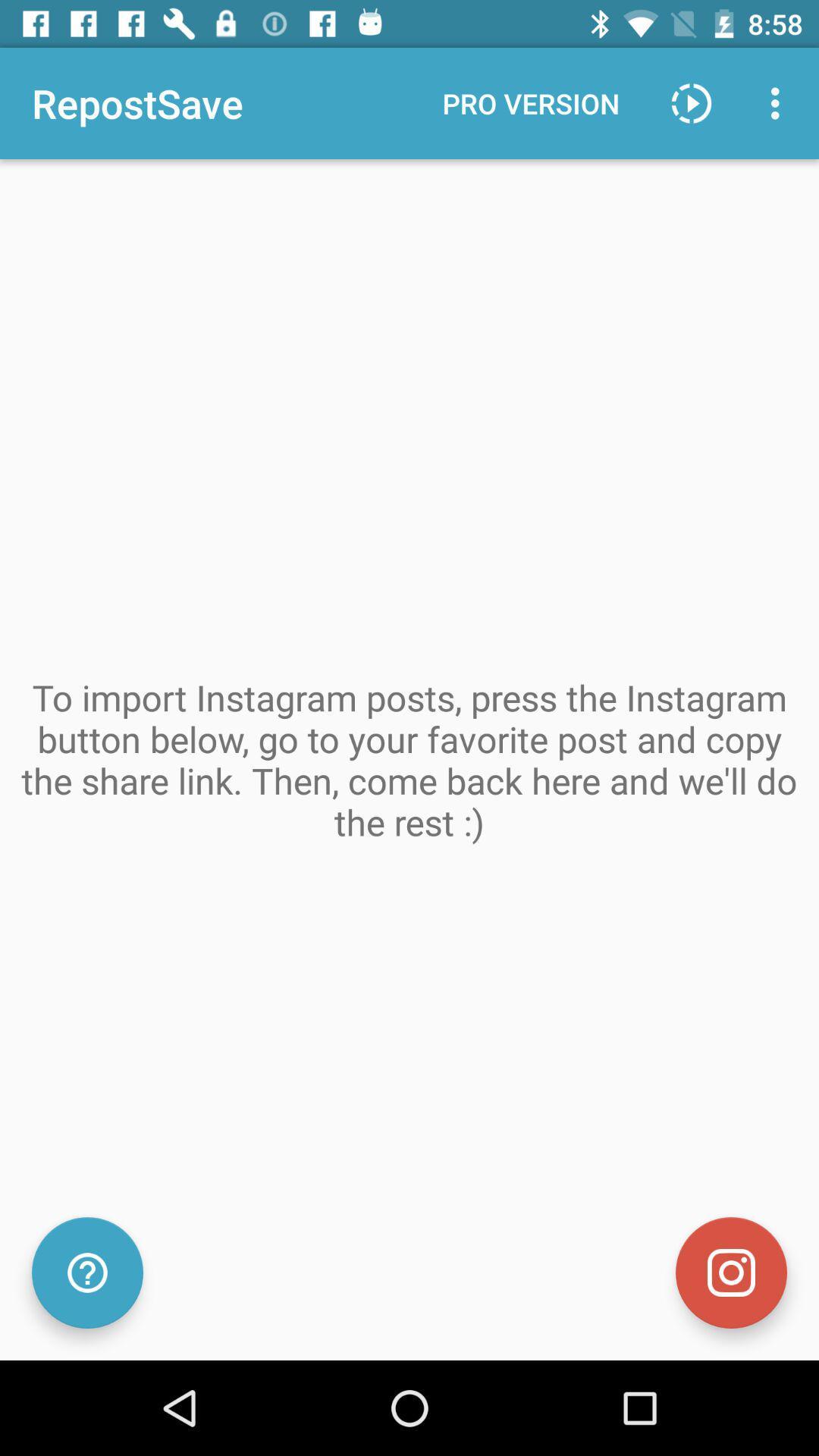  Describe the element at coordinates (530, 102) in the screenshot. I see `the pro version` at that location.